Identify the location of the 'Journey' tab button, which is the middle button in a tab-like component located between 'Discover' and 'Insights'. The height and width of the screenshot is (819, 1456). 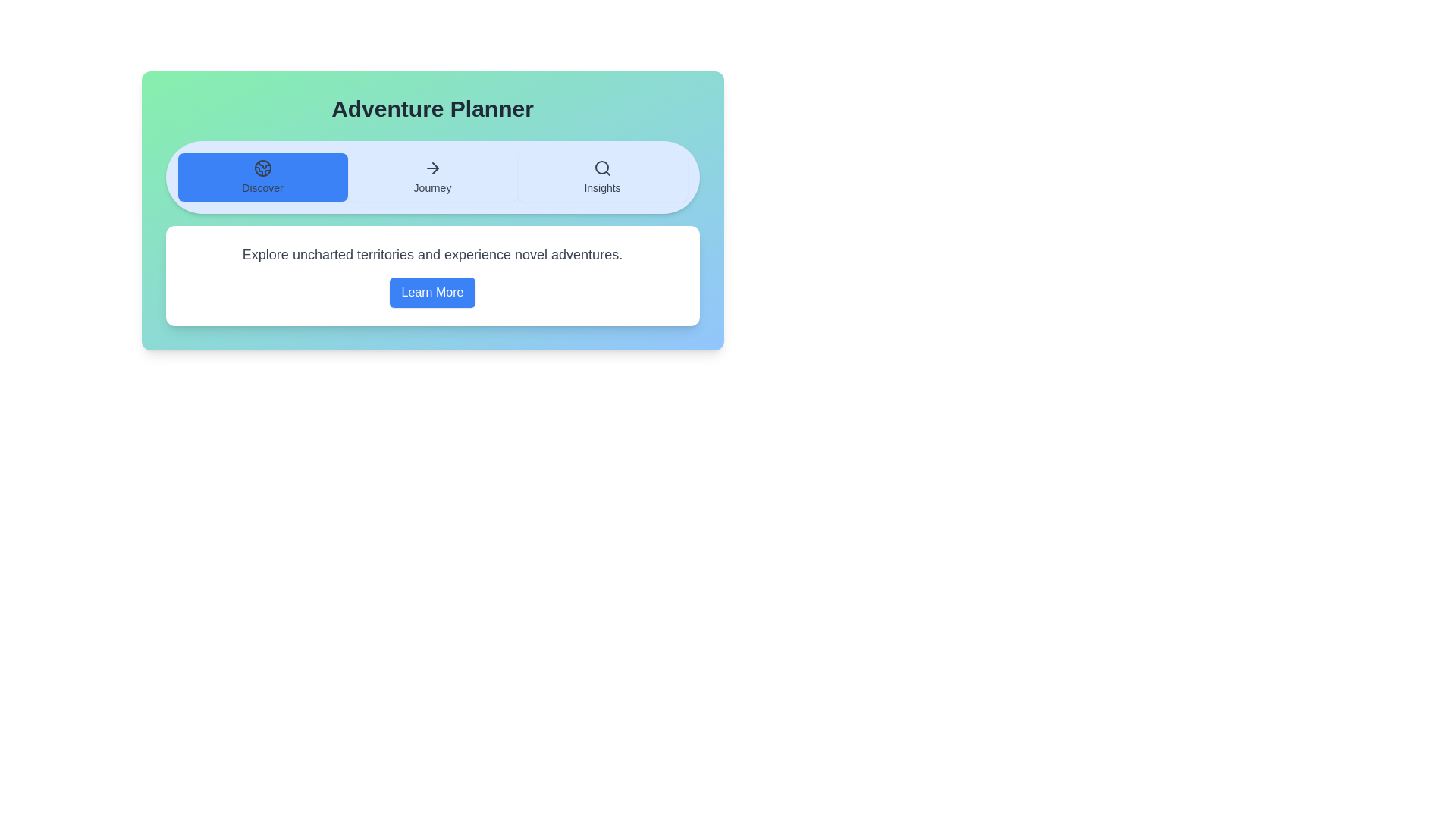
(431, 177).